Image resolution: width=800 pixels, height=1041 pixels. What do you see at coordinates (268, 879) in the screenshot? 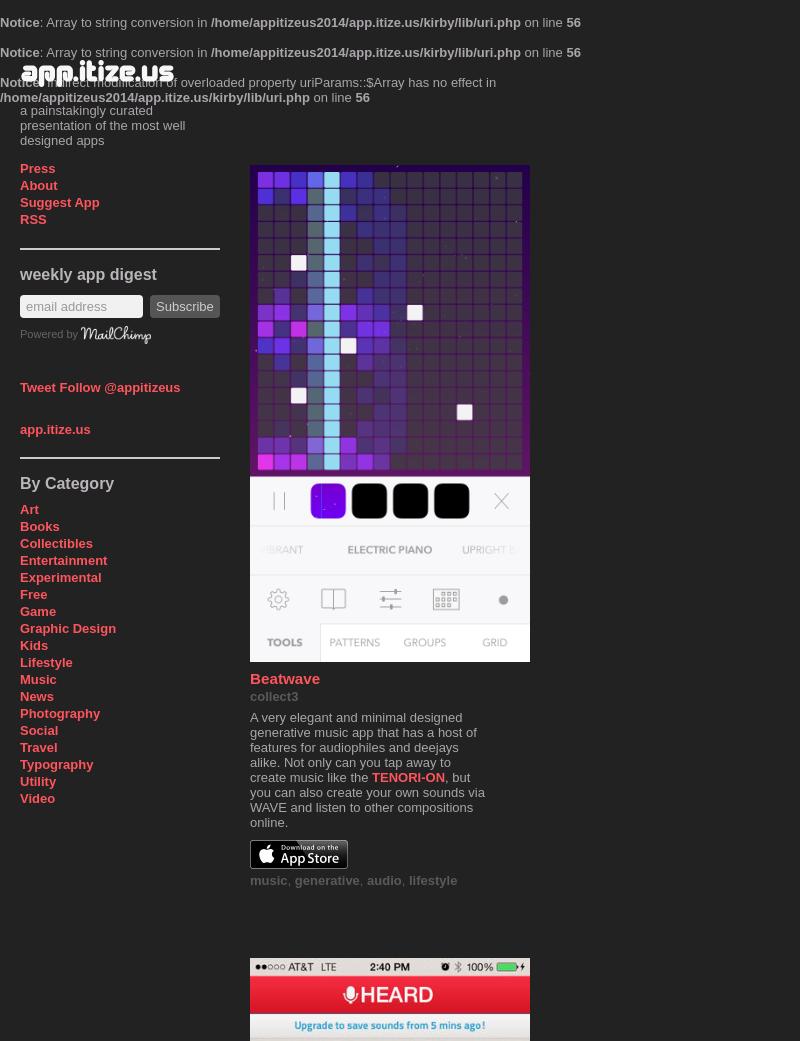
I see `'music'` at bounding box center [268, 879].